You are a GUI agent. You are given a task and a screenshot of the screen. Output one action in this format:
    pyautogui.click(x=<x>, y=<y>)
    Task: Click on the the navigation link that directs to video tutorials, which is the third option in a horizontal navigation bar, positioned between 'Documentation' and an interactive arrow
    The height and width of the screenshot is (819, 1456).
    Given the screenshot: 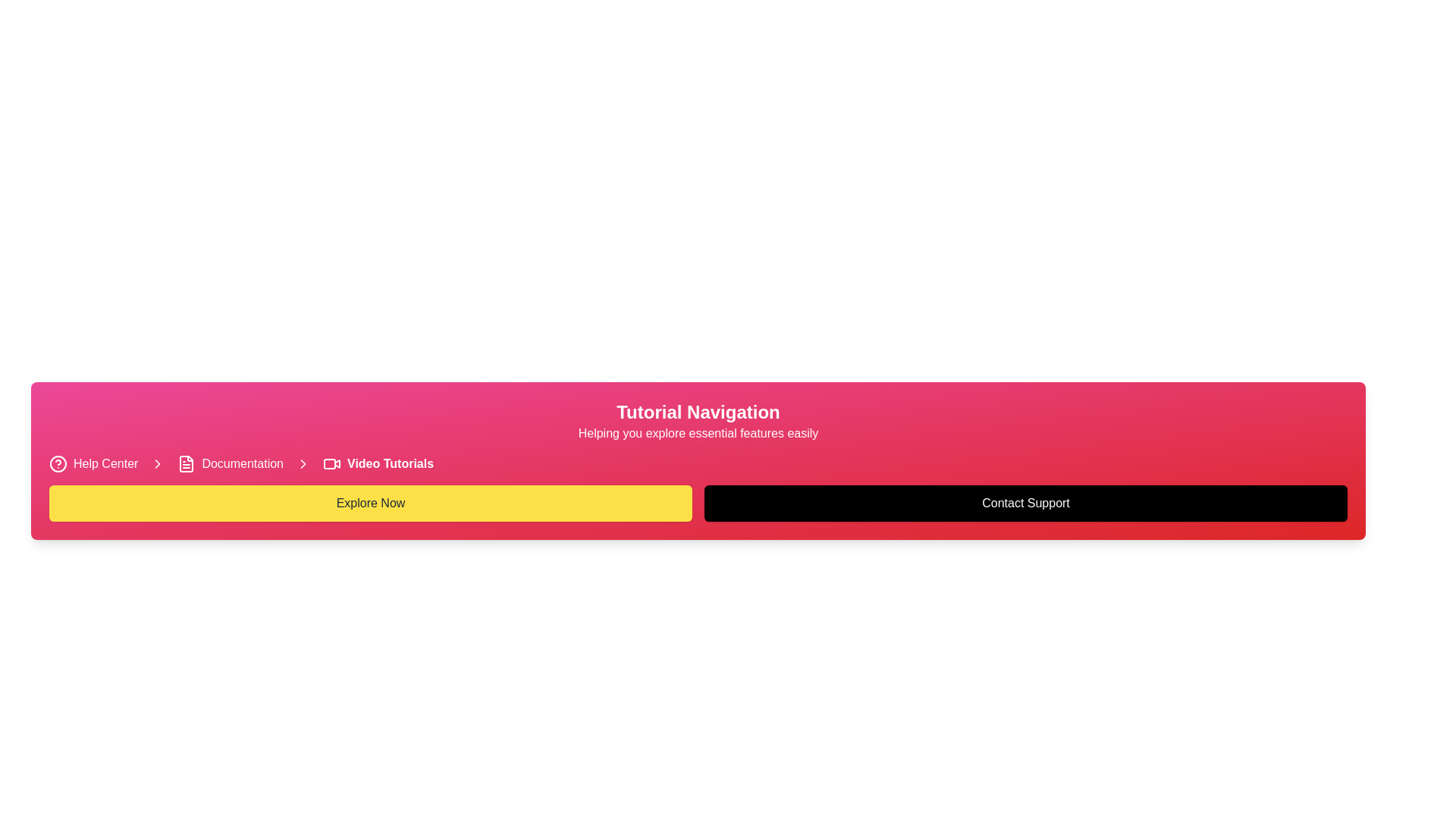 What is the action you would take?
    pyautogui.click(x=378, y=463)
    